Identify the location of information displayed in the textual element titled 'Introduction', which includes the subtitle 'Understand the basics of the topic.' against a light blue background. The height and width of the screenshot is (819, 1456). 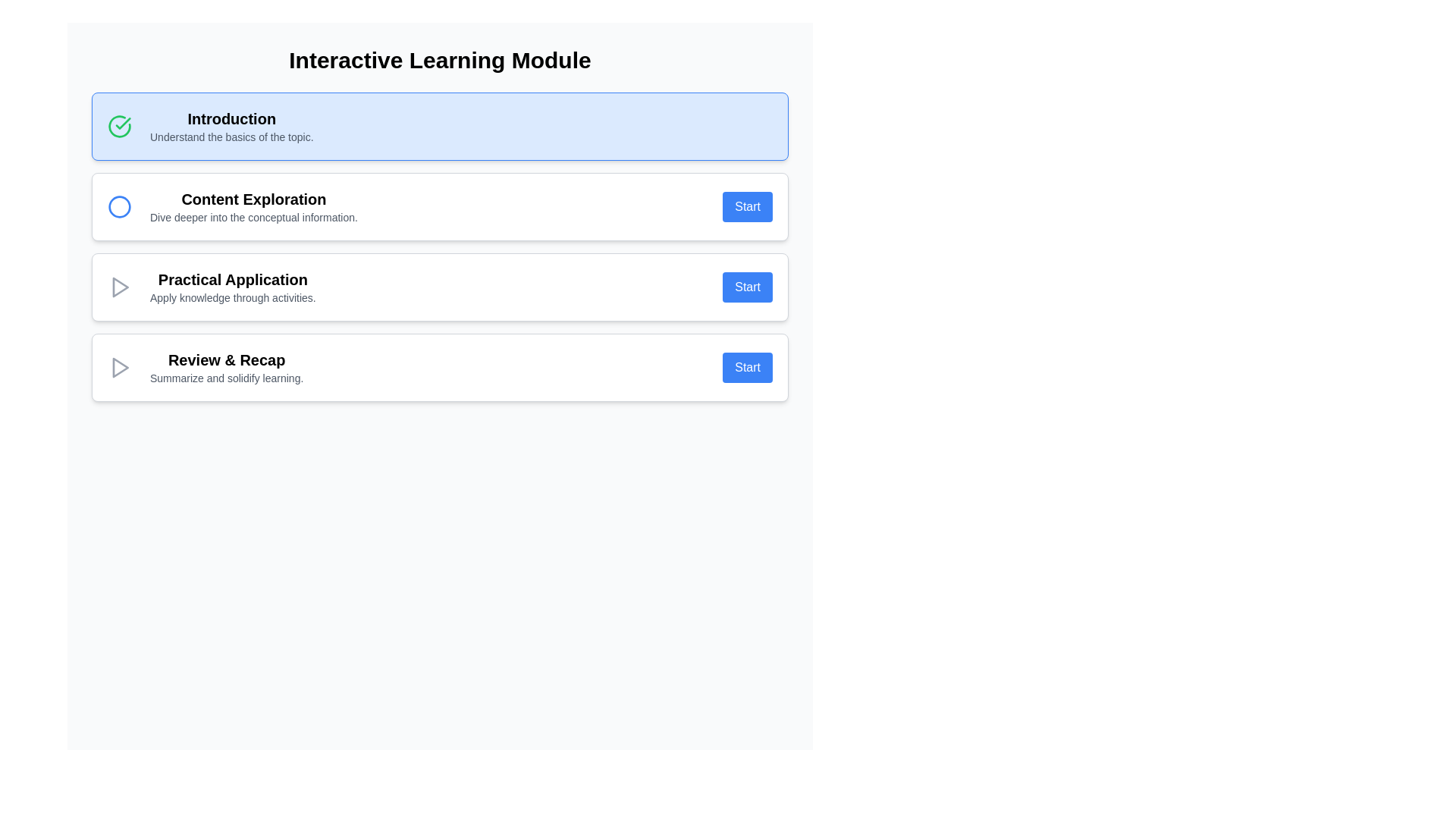
(231, 125).